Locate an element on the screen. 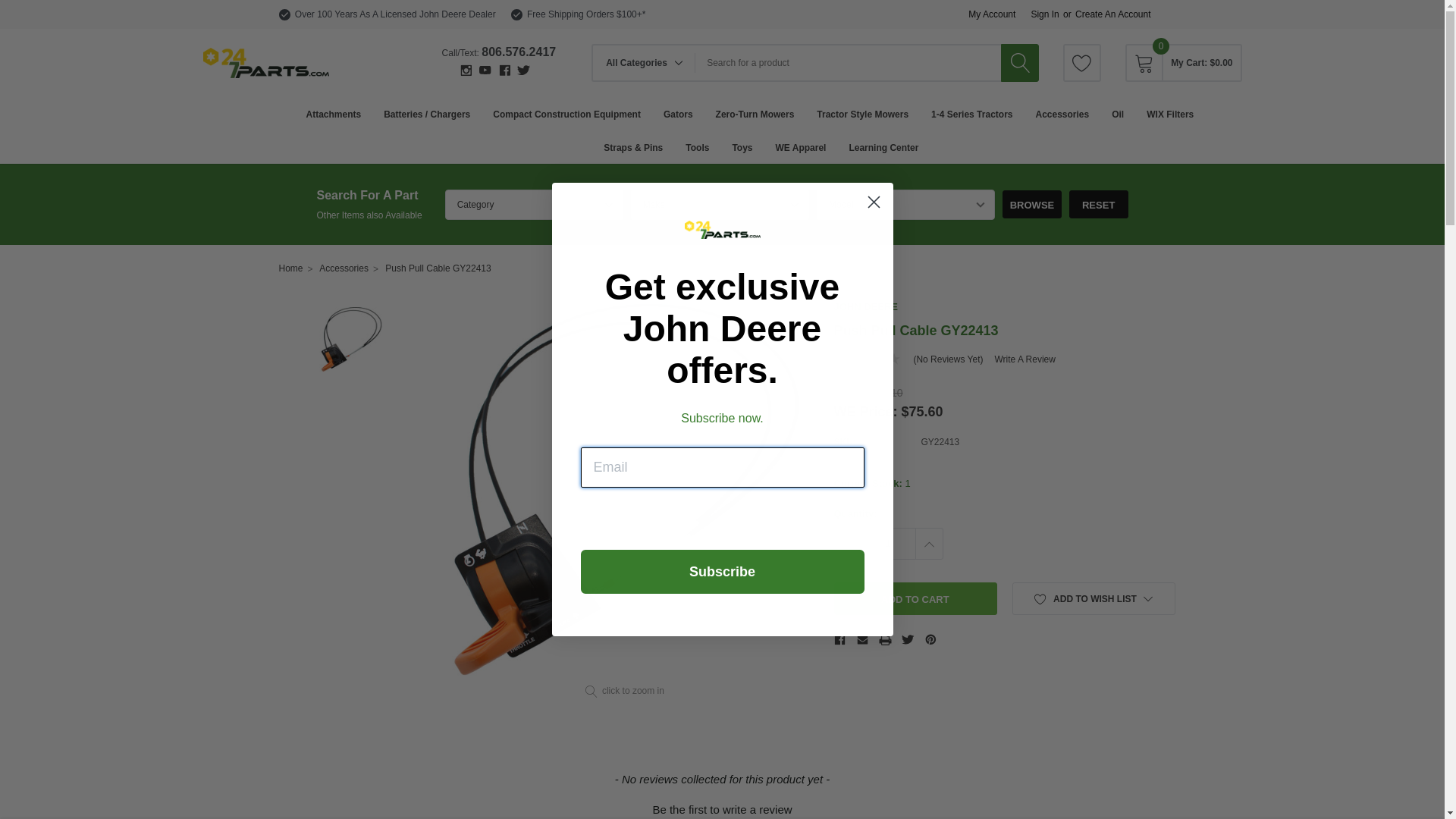 The height and width of the screenshot is (819, 1456). 'INCREASE QUANTITY:' is located at coordinates (913, 543).